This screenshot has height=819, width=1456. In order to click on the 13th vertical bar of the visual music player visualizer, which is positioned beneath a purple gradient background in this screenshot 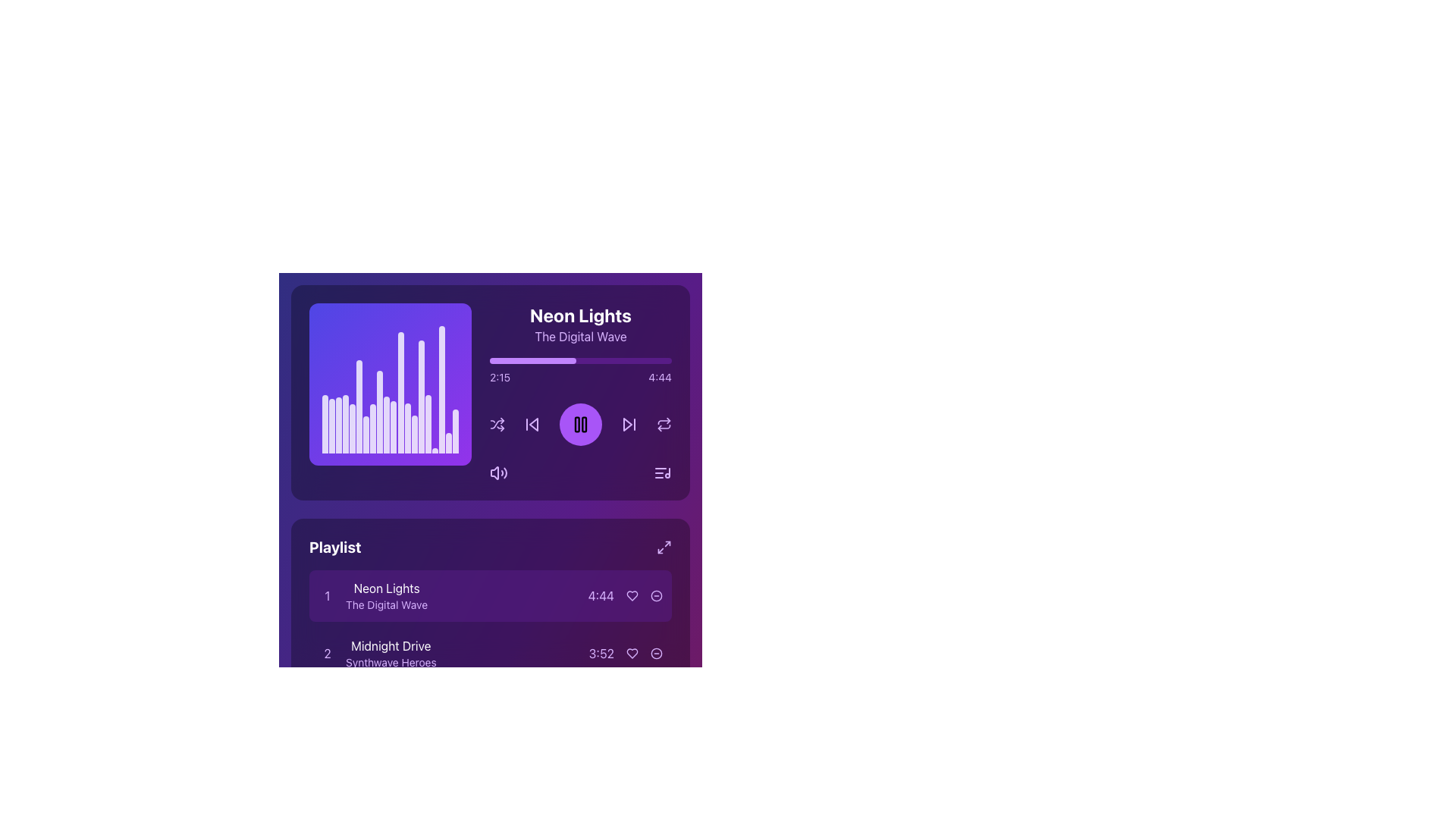, I will do `click(407, 428)`.